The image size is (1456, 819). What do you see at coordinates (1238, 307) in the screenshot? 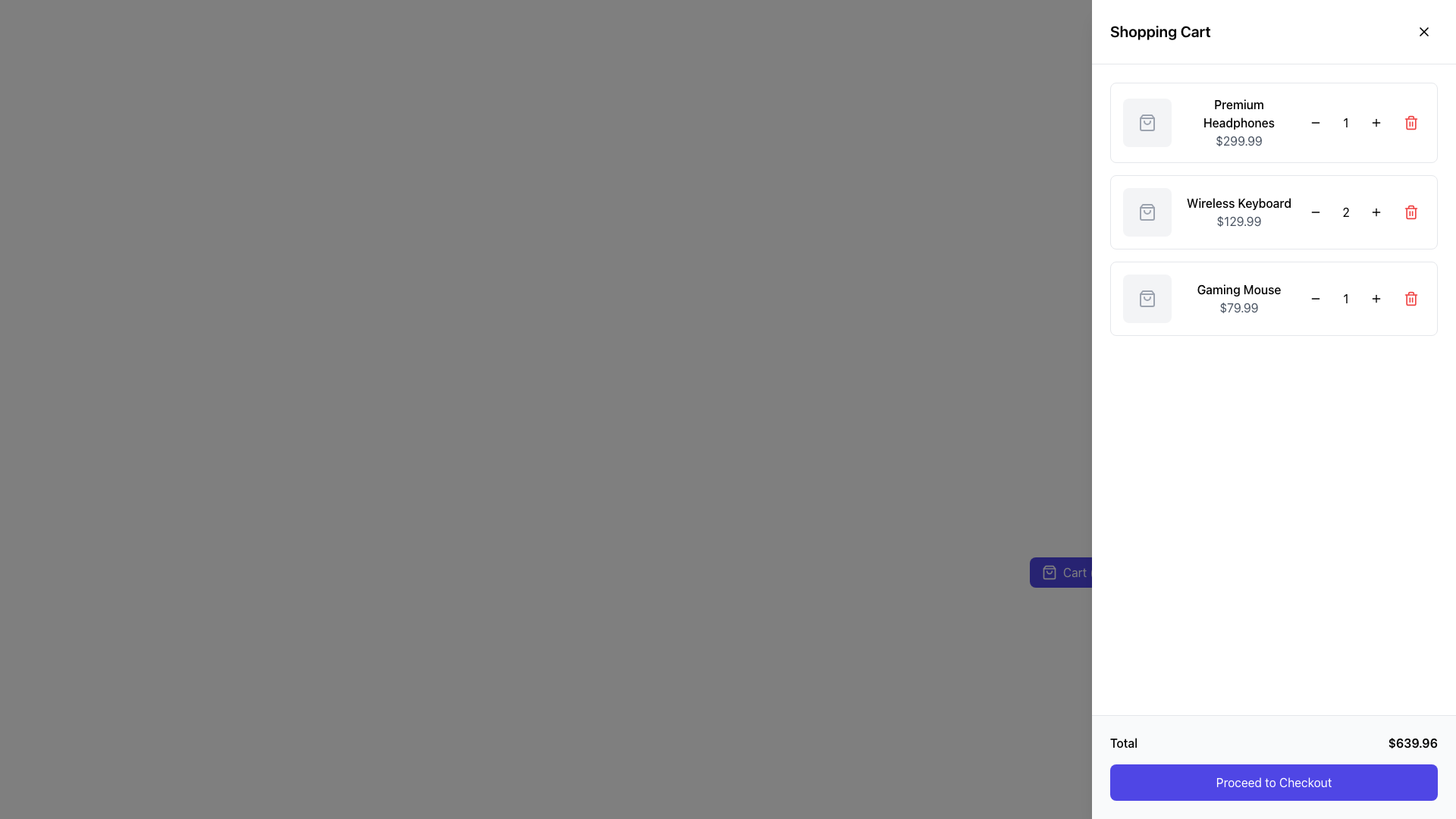
I see `the price indicator text for the 'Gaming Mouse' item in the cart panel, which is located beneath the title 'Gaming Mouse'` at bounding box center [1238, 307].